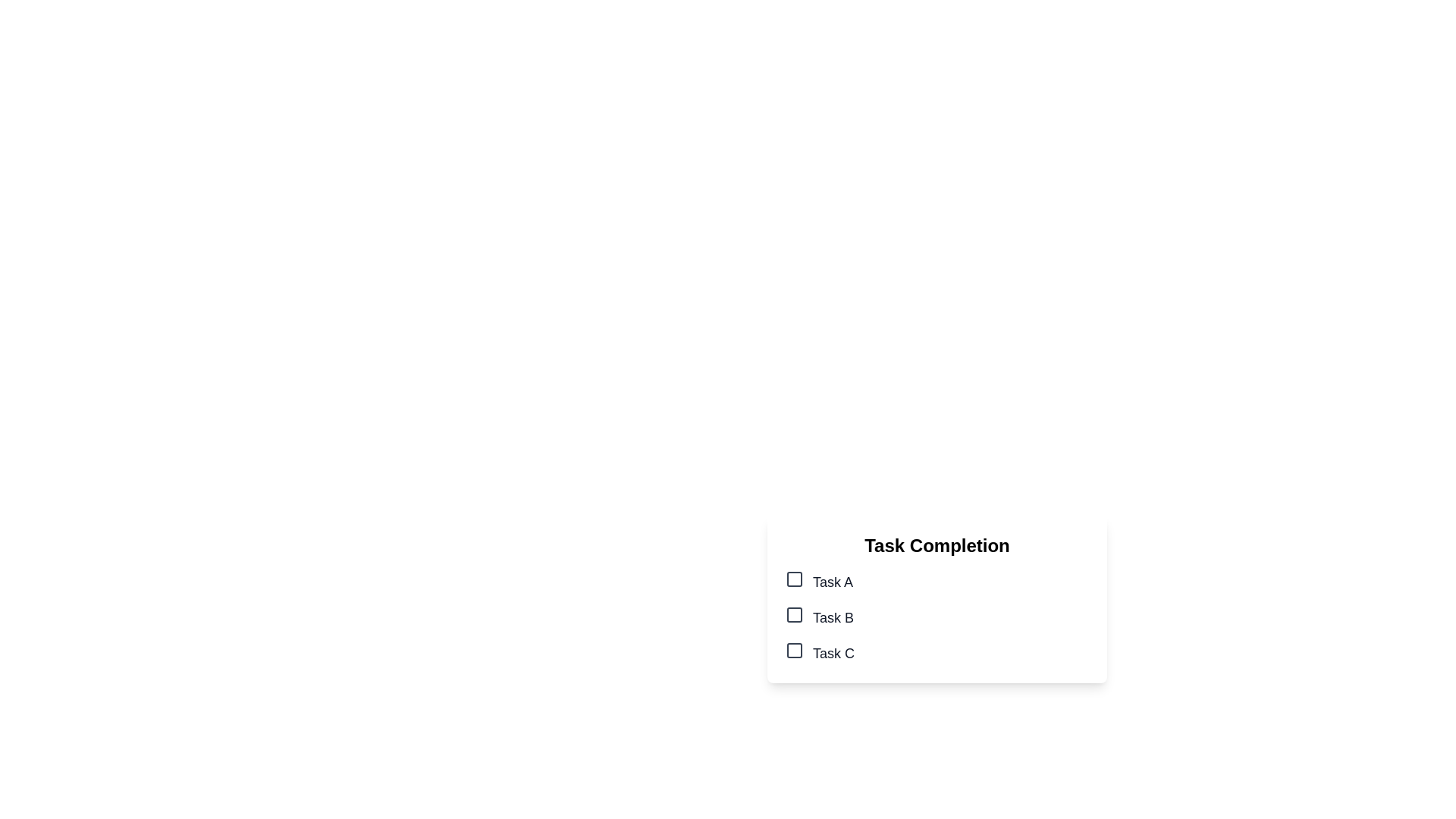  Describe the element at coordinates (793, 581) in the screenshot. I see `the checkbox that is visually represented as a small square with rounded edges and appears to be checked, located to the left of the text 'Task A' in a vertical list` at that location.